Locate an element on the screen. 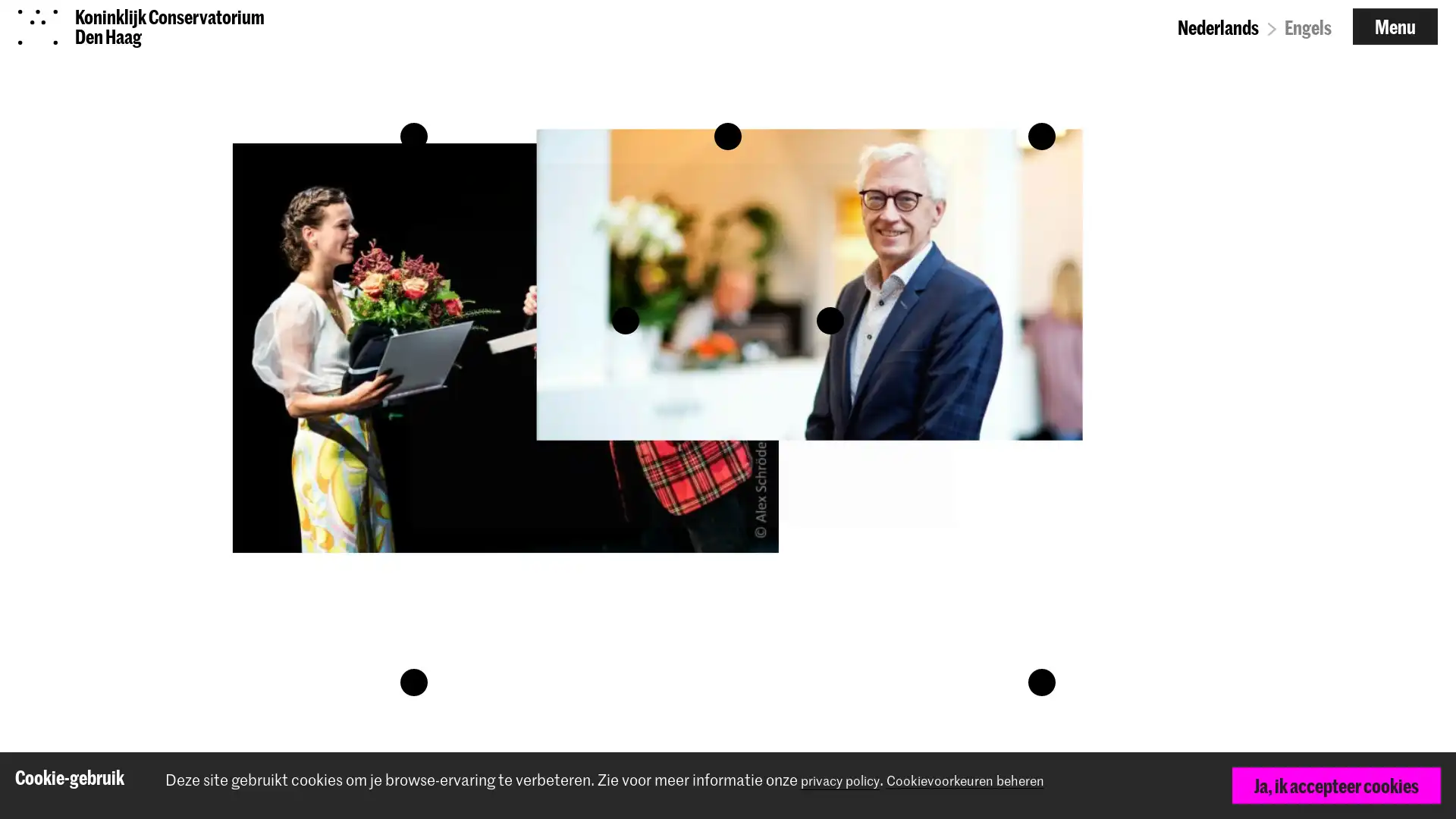 The image size is (1456, 819). Cookievoorkeuren beheren is located at coordinates (991, 780).